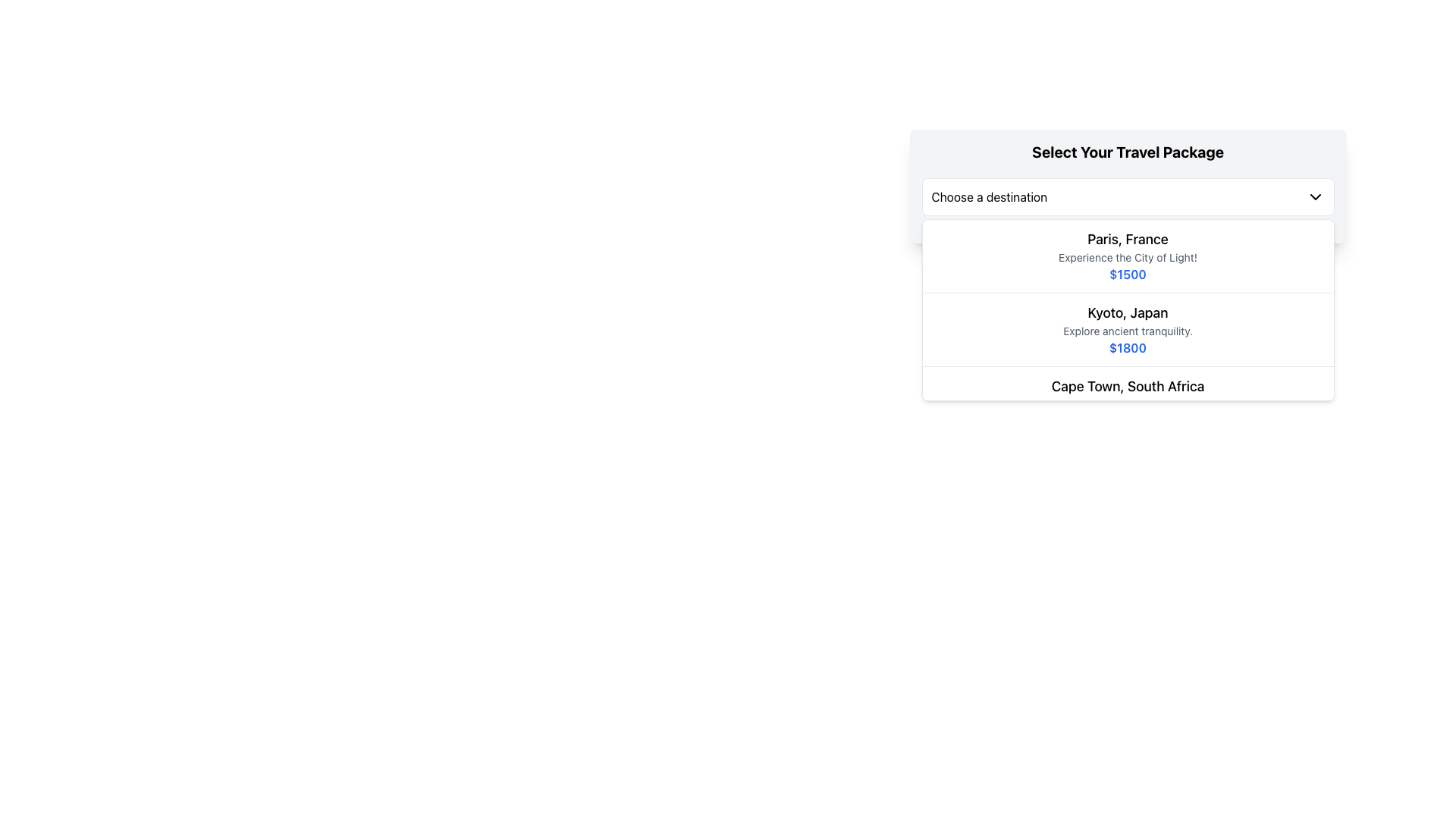  What do you see at coordinates (1128, 239) in the screenshot?
I see `the text element that serves as the label for the travel destination, Paris, France, which is positioned at the top of the travel package selection list` at bounding box center [1128, 239].